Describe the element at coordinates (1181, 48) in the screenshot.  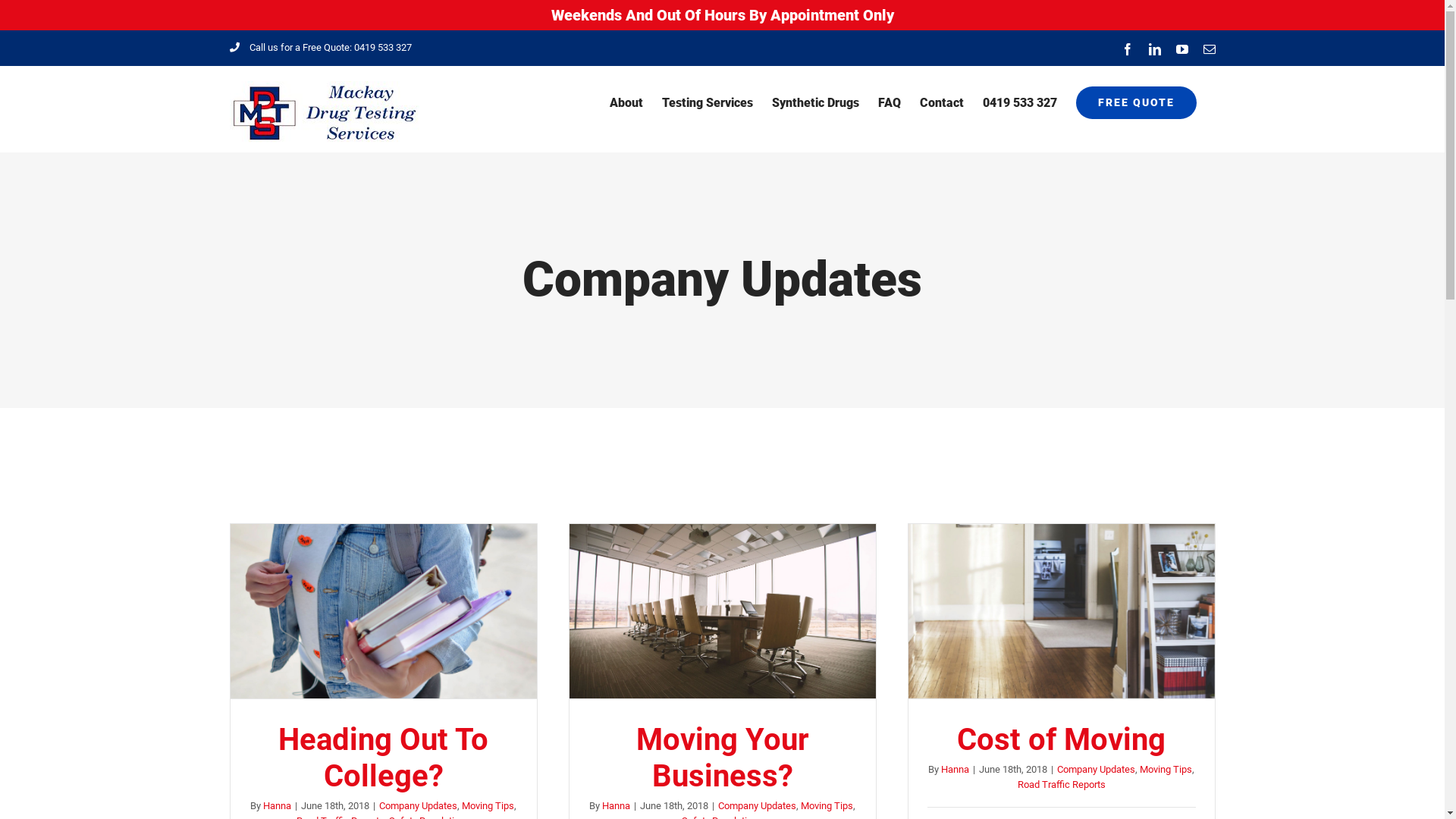
I see `'YouTube'` at that location.